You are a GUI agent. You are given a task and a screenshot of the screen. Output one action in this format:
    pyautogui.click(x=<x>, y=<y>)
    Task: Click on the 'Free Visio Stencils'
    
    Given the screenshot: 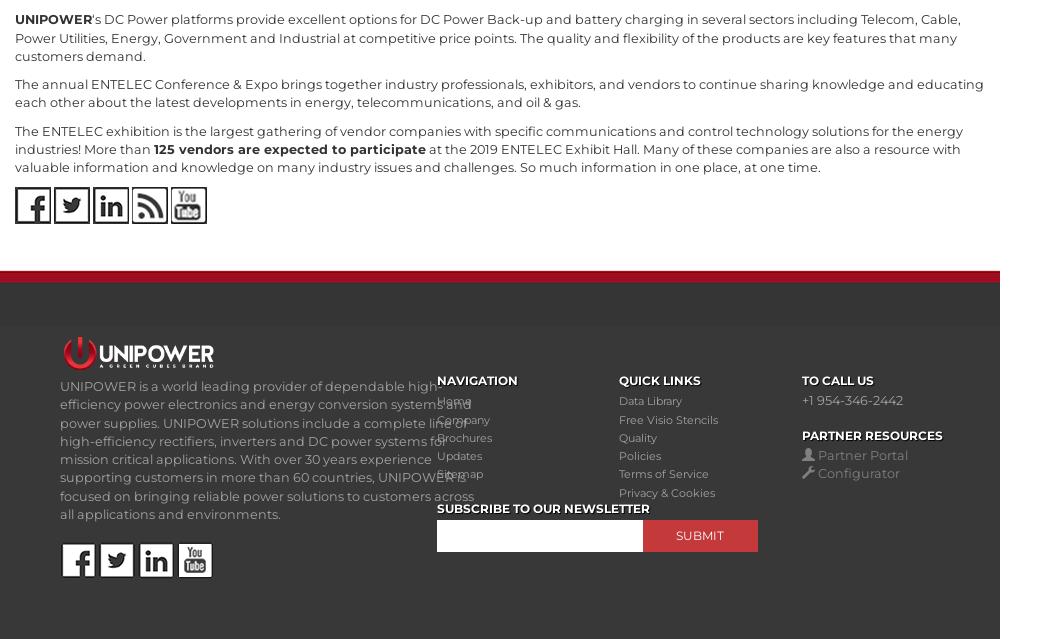 What is the action you would take?
    pyautogui.click(x=618, y=418)
    